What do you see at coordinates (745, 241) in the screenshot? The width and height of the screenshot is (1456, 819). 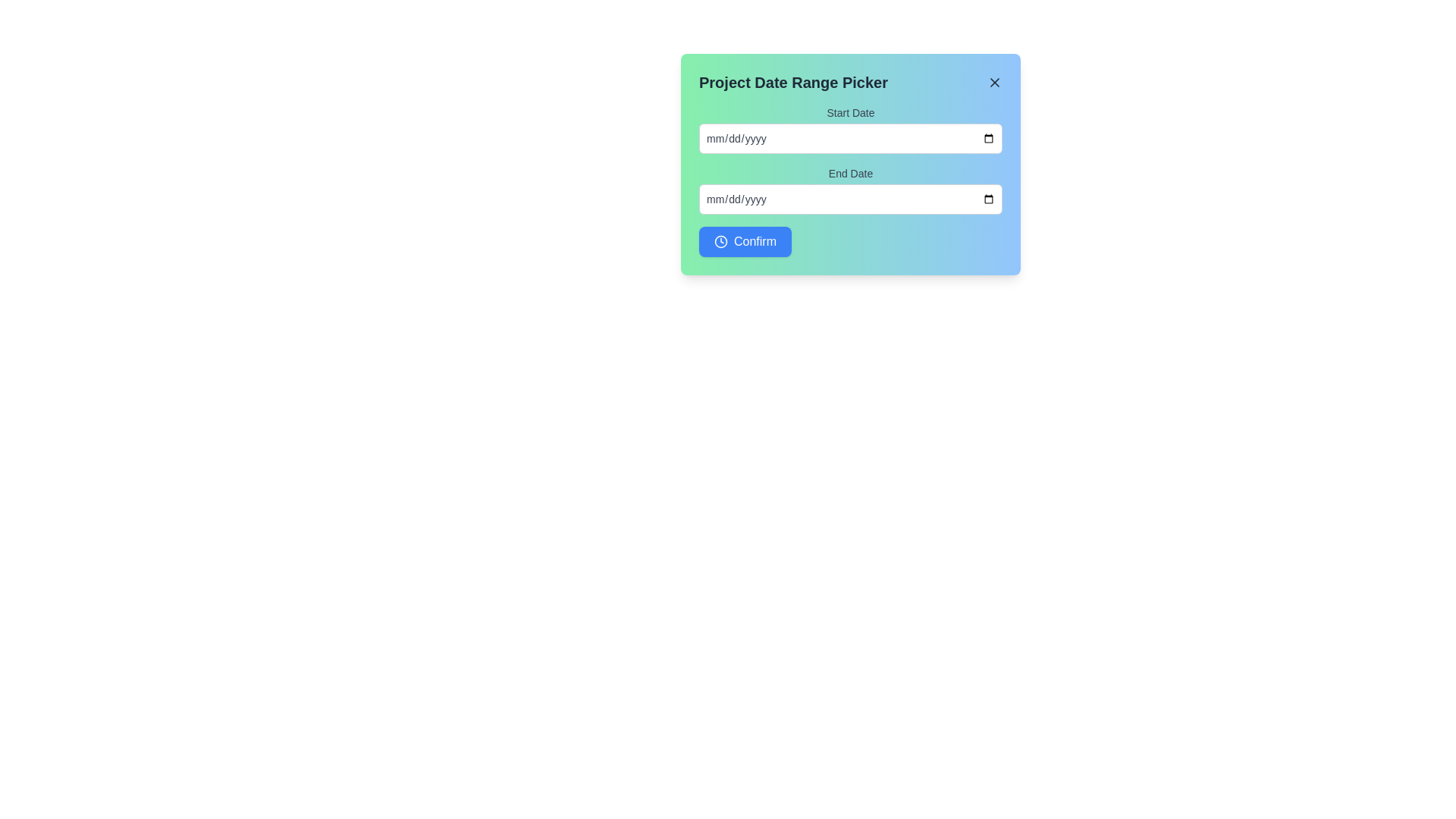 I see `the 'Confirm' button with a blue background and white text, located in the bottom-left corner of the 'Project Date Range Picker' modal dialog` at bounding box center [745, 241].